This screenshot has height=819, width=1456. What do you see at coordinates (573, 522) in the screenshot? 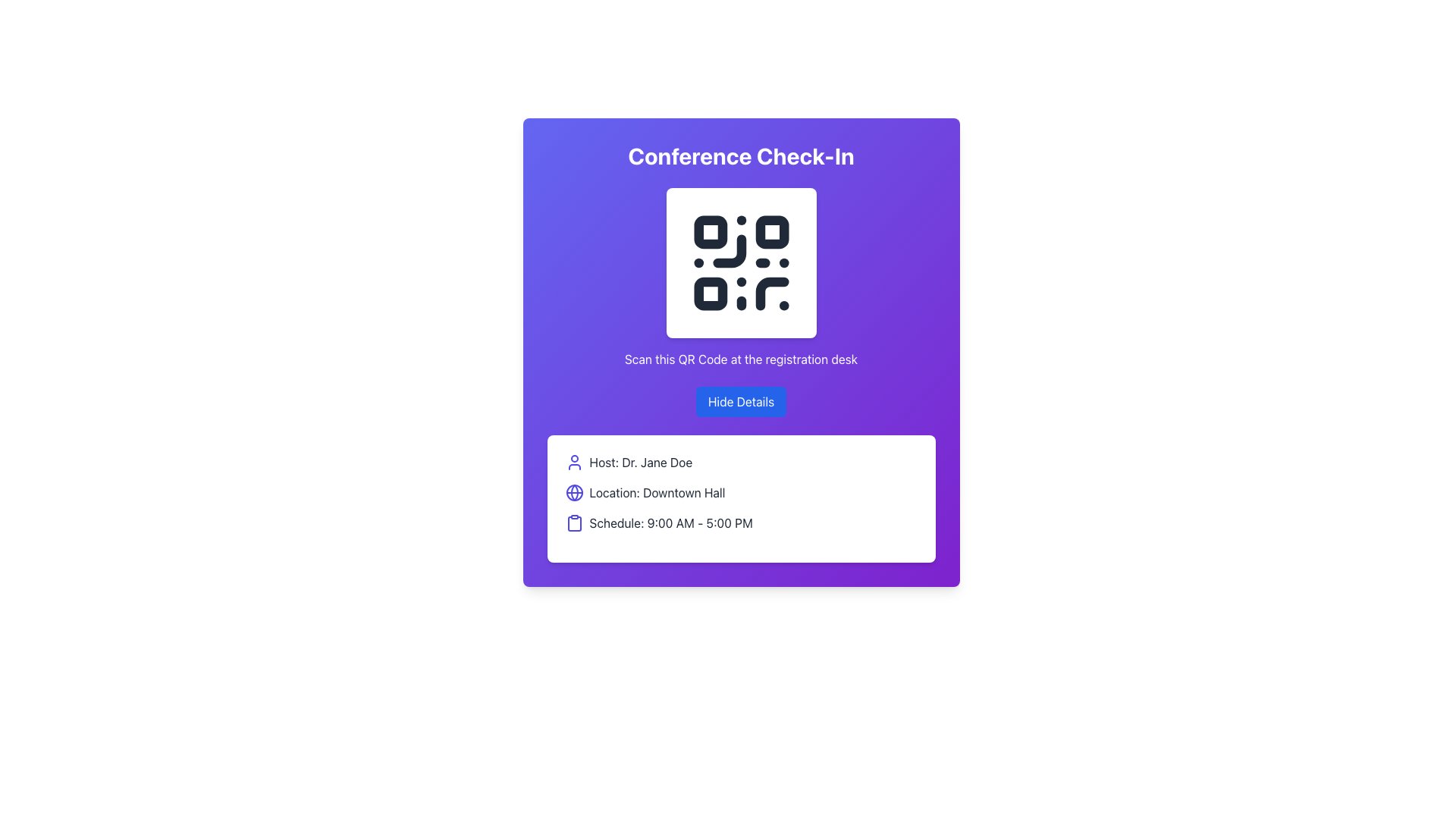
I see `the clipboard icon located in the third row of the lower white card, which is indigo colored and appears before the text 'Schedule: 9:00 AM - 5:00 PM'` at bounding box center [573, 522].